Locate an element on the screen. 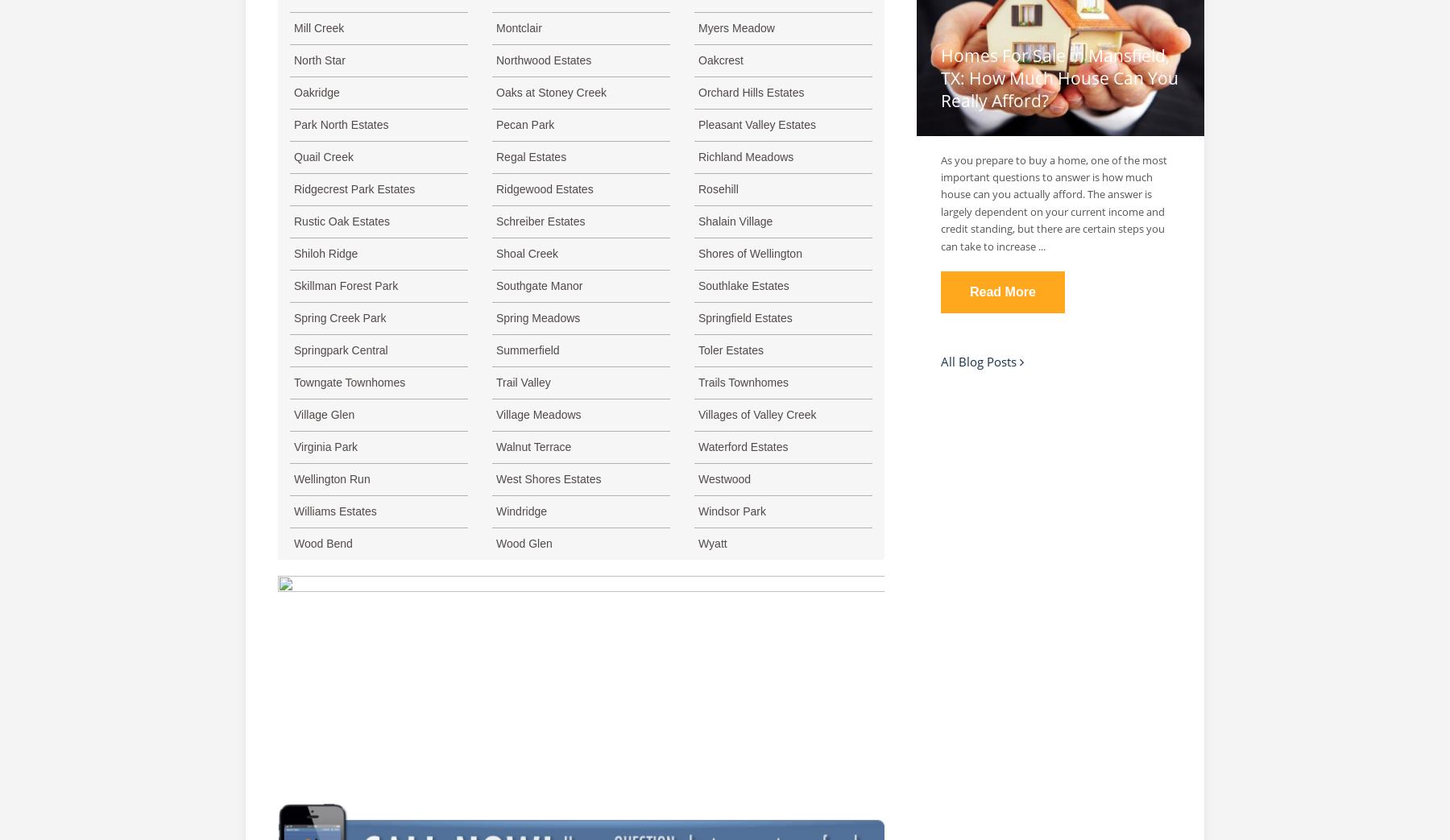 This screenshot has width=1450, height=840. 'Orchard Hills Estates' is located at coordinates (750, 93).